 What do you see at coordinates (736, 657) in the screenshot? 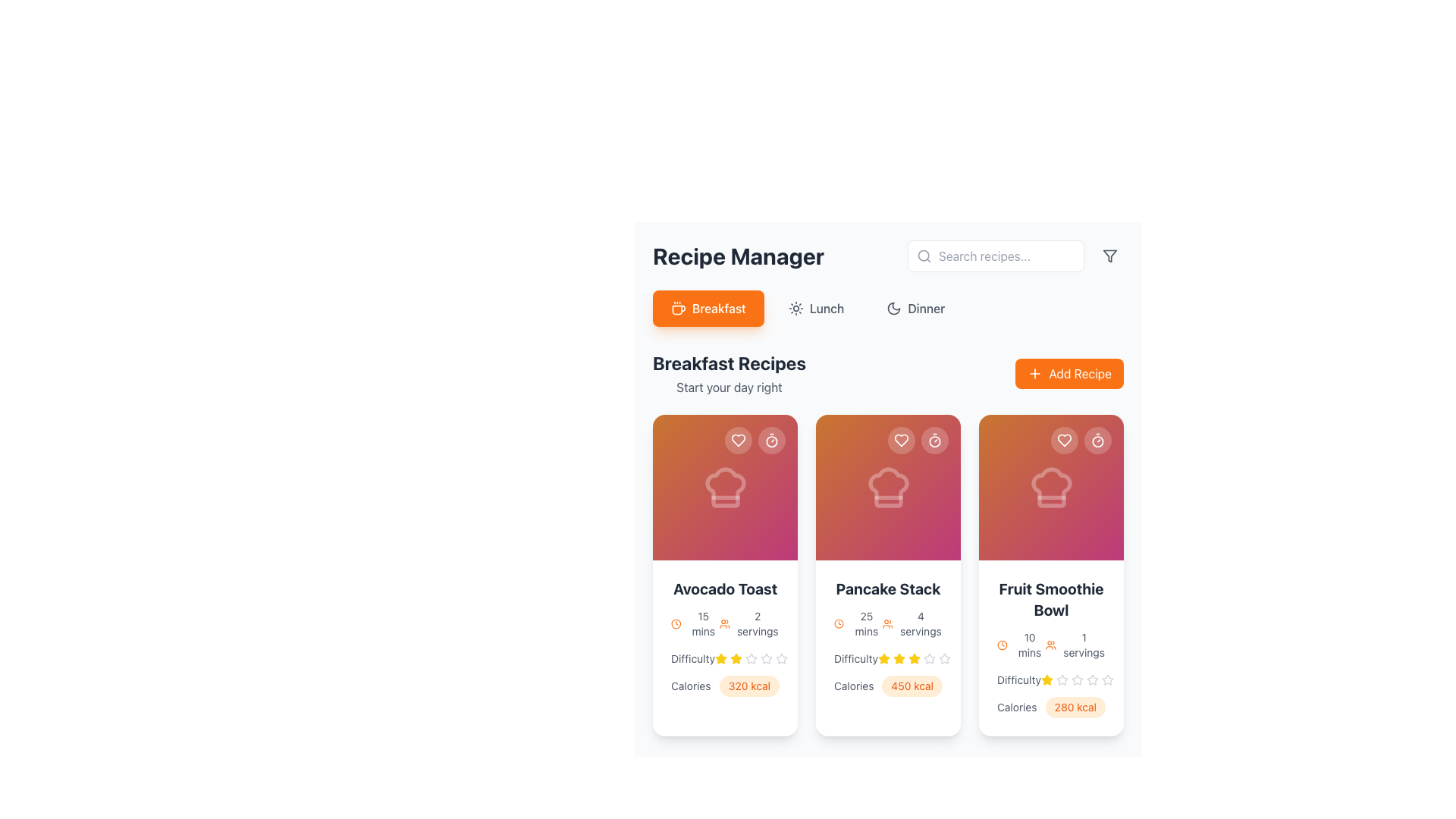
I see `the first star icon indicating the 'Difficulty' rating for the 'Avocado Toast' recipe, located in the 'Difficulty' section above the caloric information` at bounding box center [736, 657].